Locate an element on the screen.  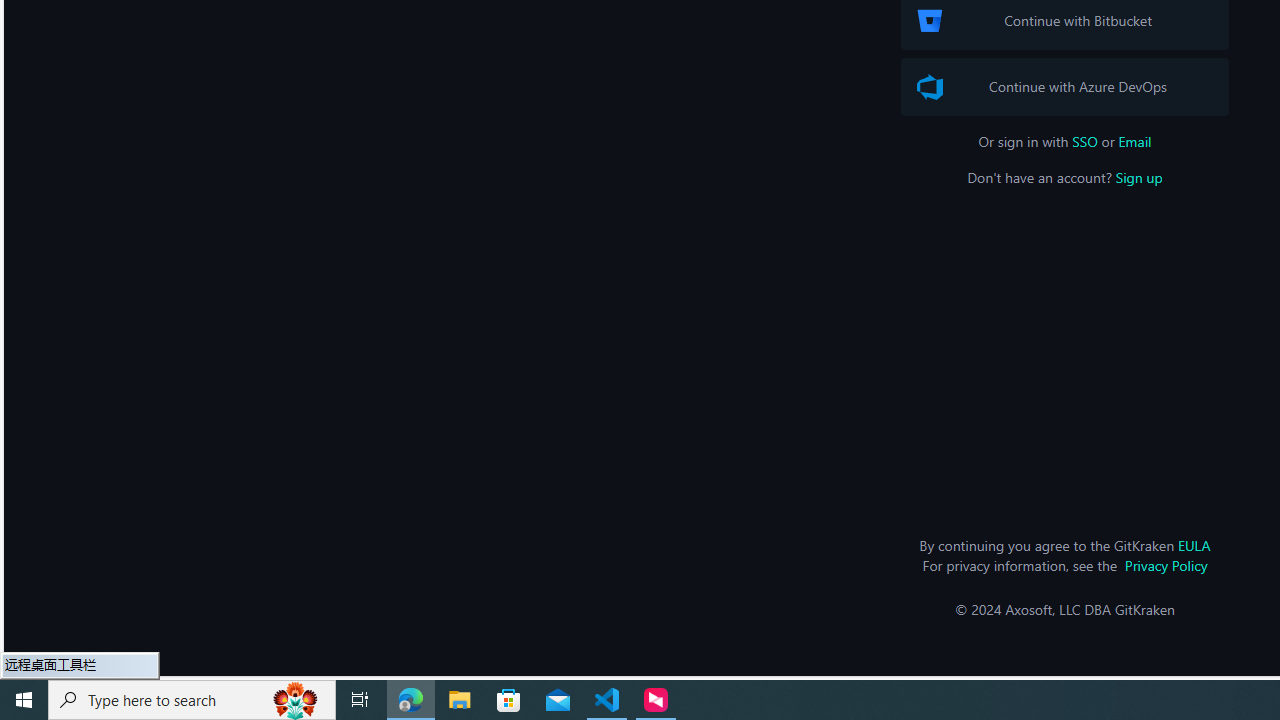
'EULA' is located at coordinates (1194, 545).